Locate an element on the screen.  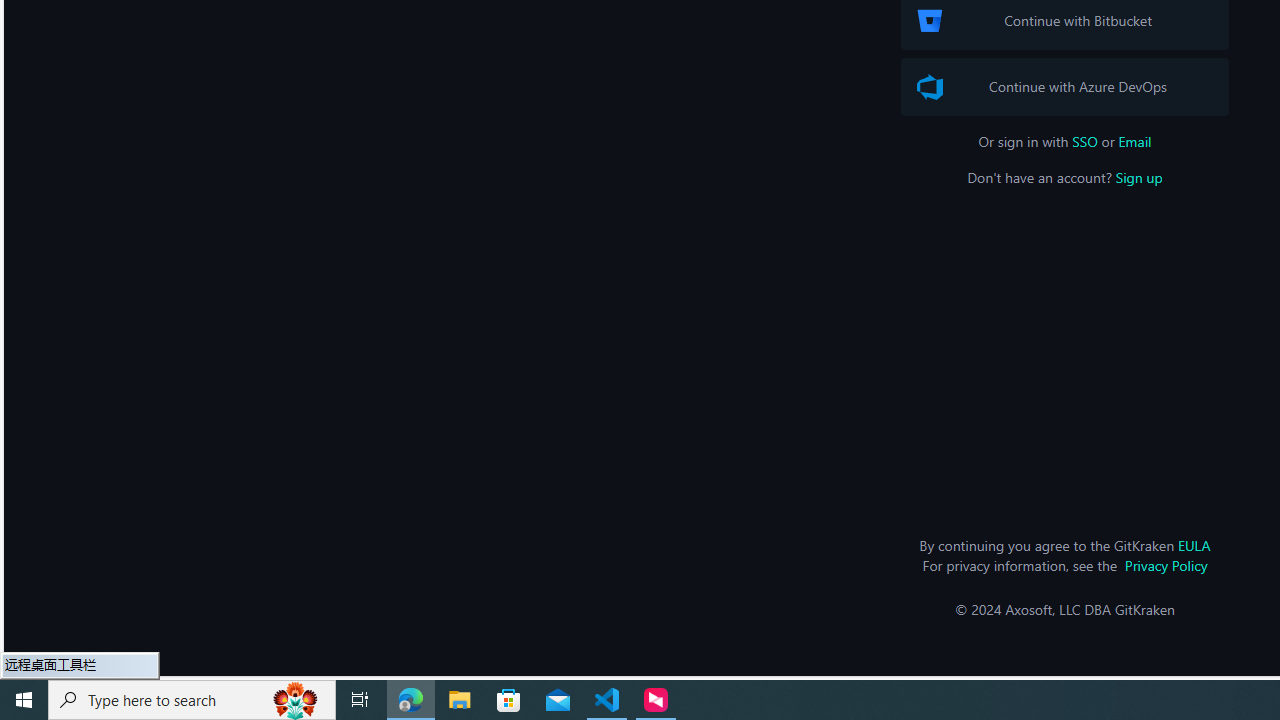
'EULA' is located at coordinates (1194, 545).